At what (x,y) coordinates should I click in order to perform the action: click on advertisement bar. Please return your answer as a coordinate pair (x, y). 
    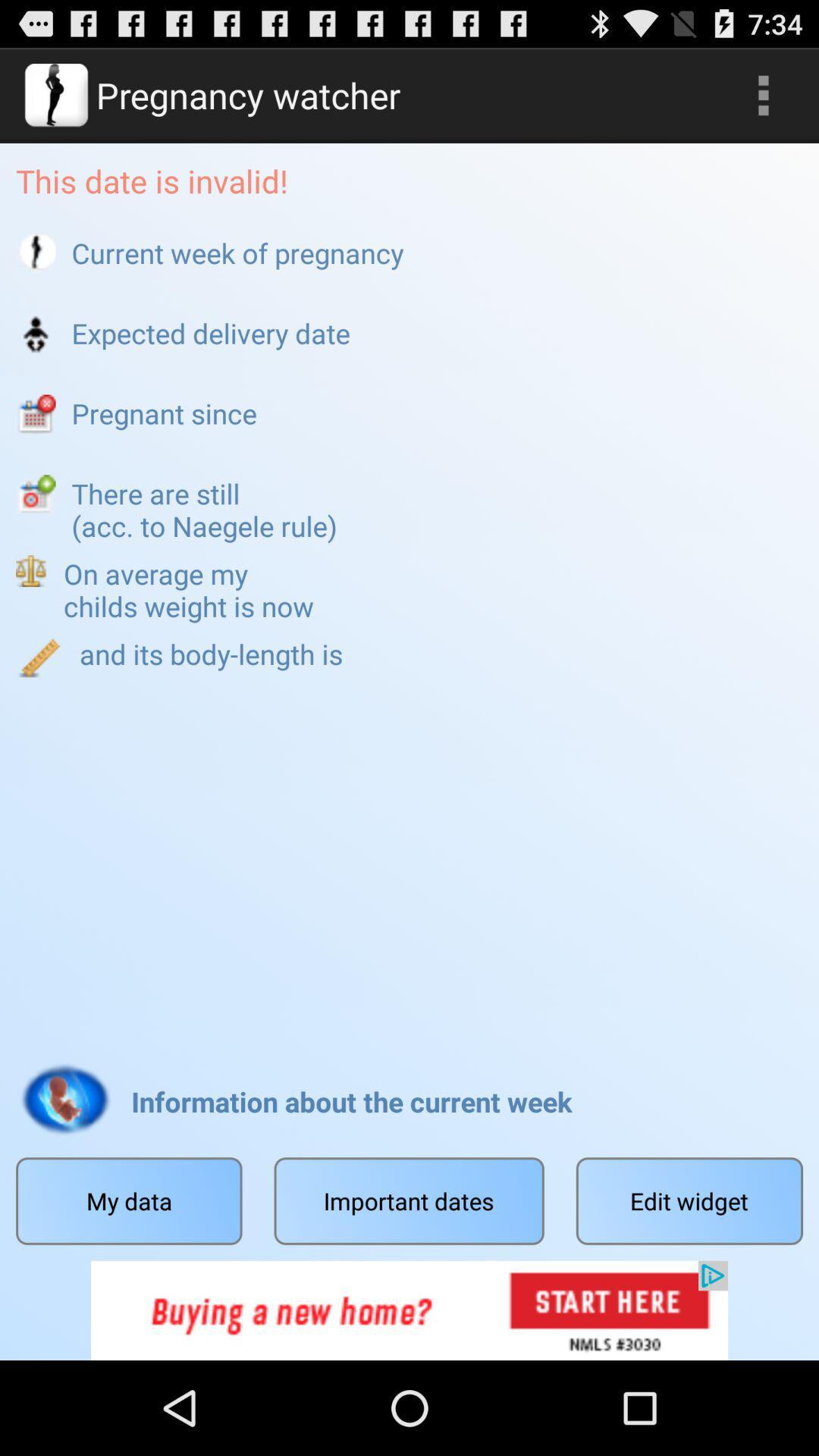
    Looking at the image, I should click on (409, 1310).